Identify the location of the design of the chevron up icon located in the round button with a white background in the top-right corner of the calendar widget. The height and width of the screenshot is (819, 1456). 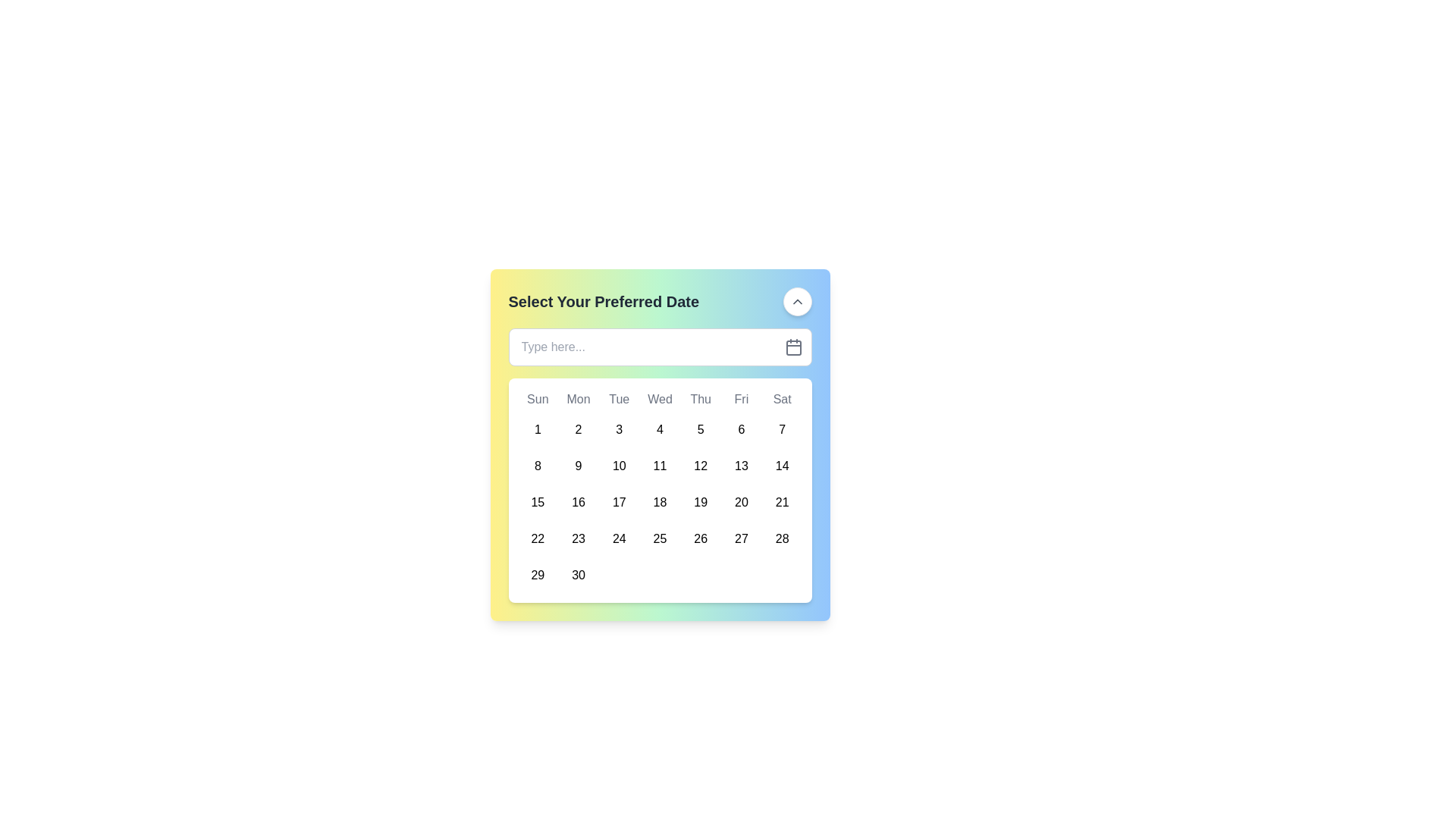
(796, 301).